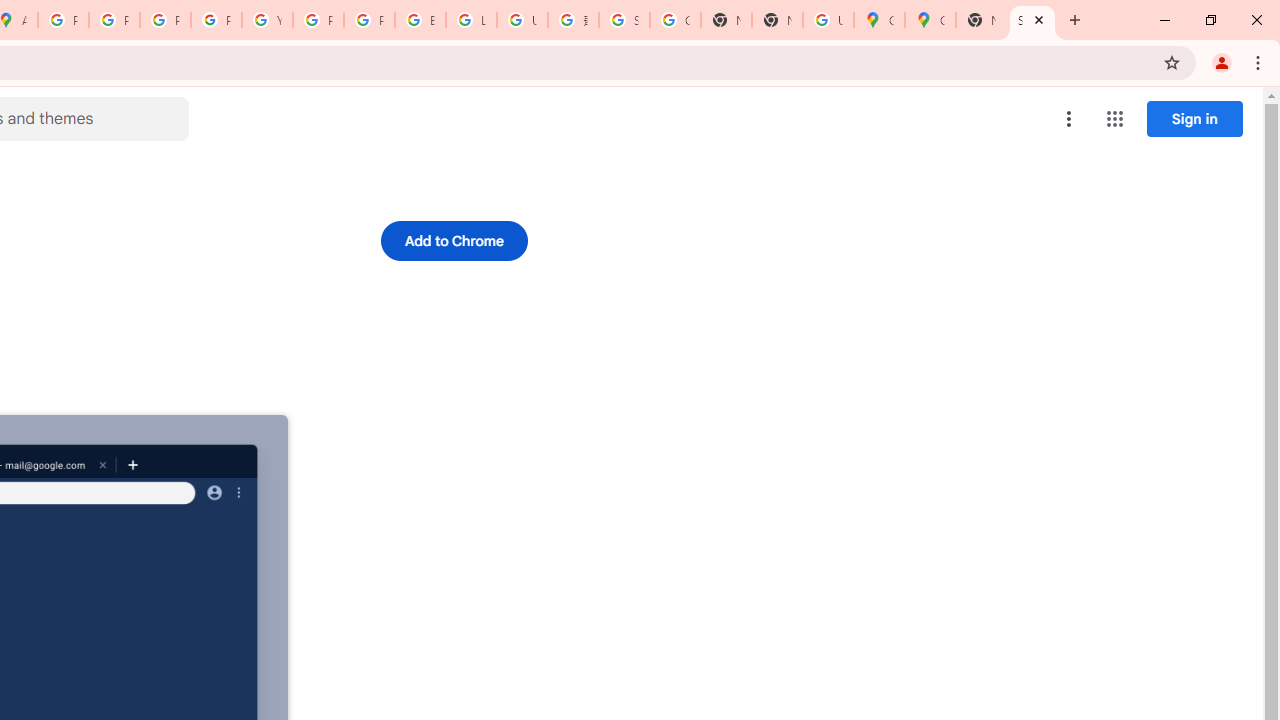 The width and height of the screenshot is (1280, 720). Describe the element at coordinates (981, 20) in the screenshot. I see `'New Tab'` at that location.